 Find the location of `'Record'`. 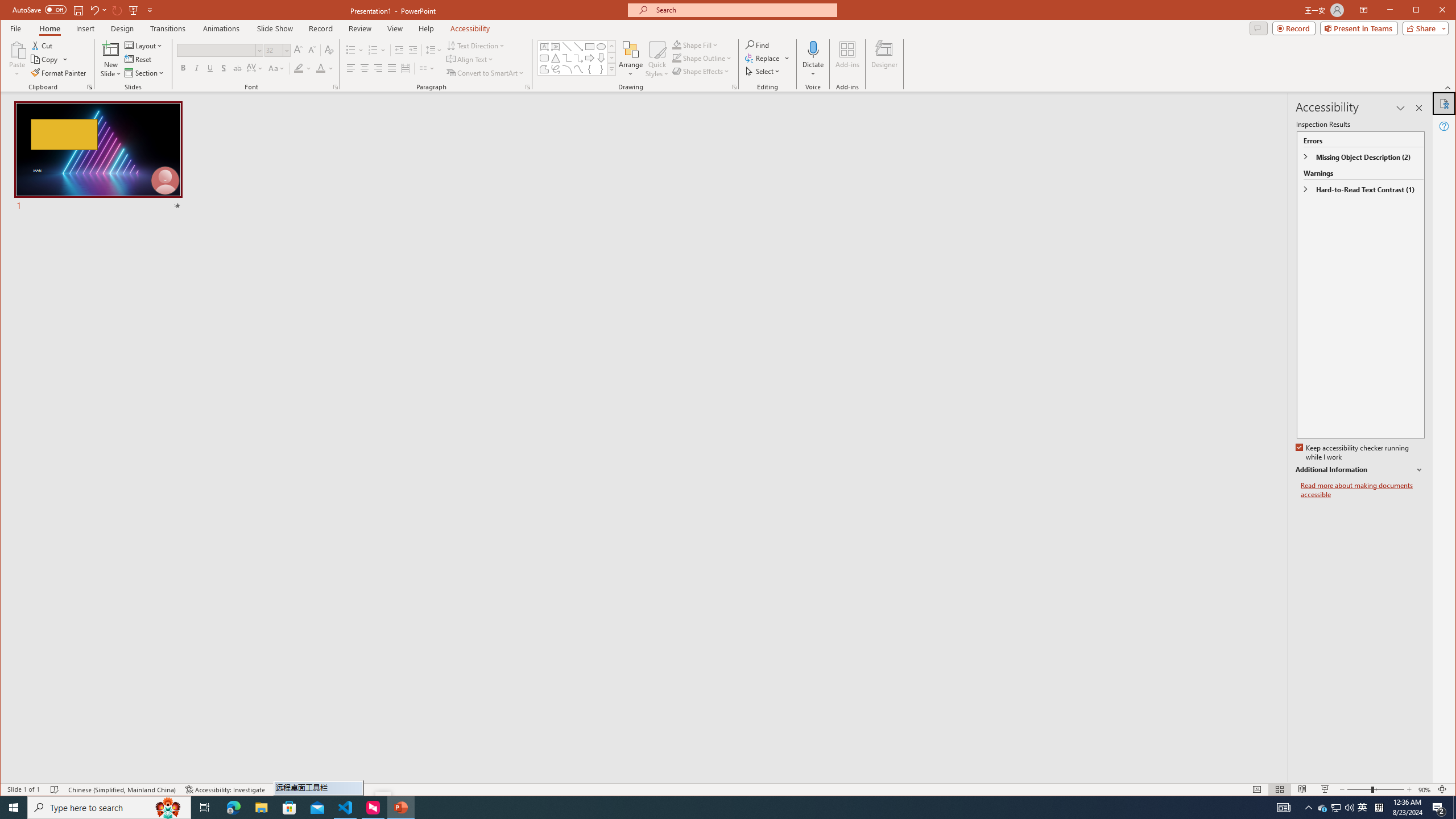

'Record' is located at coordinates (1293, 28).